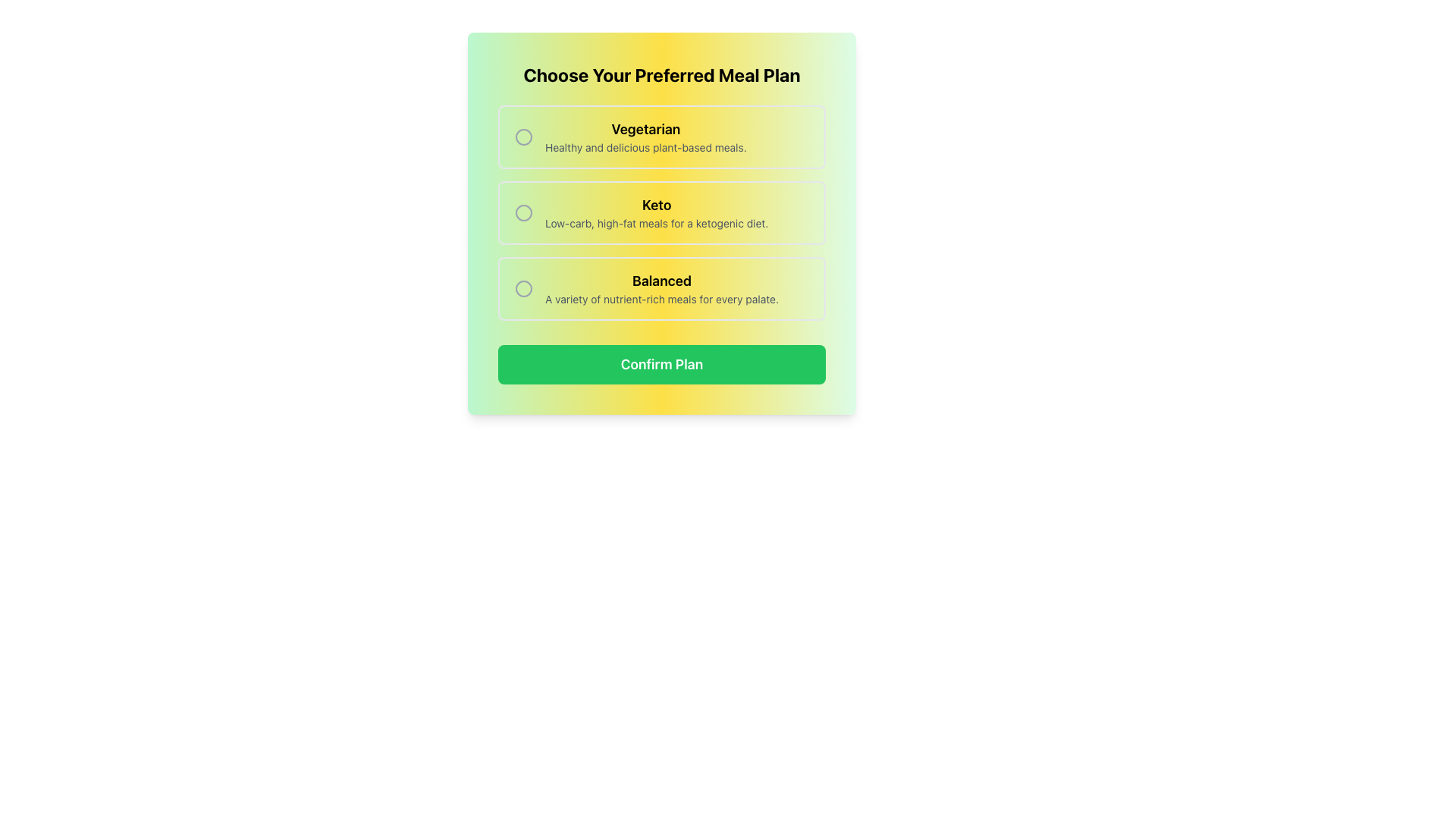 The image size is (1456, 819). Describe the element at coordinates (662, 365) in the screenshot. I see `the confirmation button that finalizes the meal plan selection, located at the bottom of the meal plan options card` at that location.